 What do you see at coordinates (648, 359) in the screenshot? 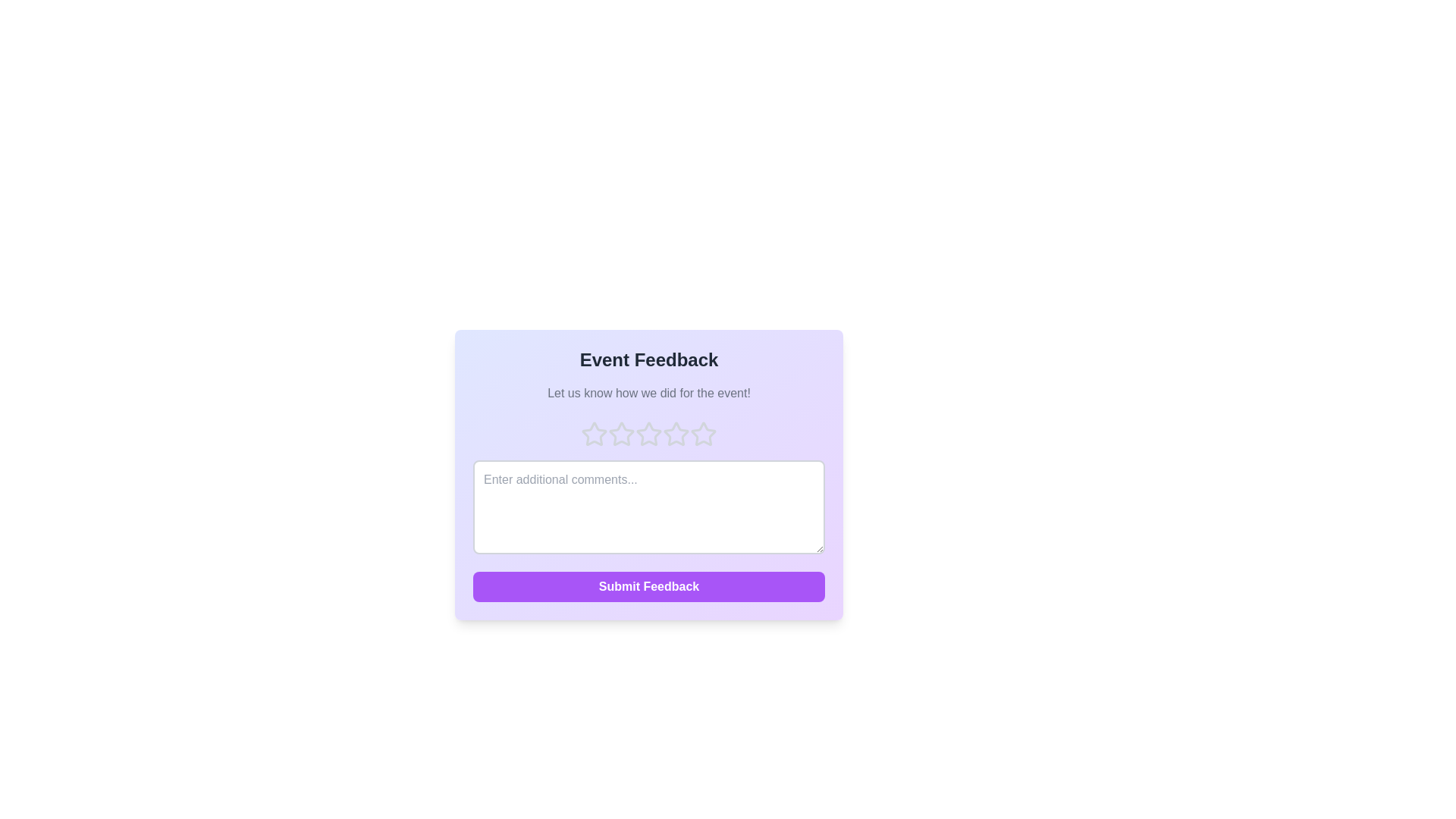
I see `the Text Header that labels the feedback collection section for events, which is centrally aligned in the card-like component` at bounding box center [648, 359].